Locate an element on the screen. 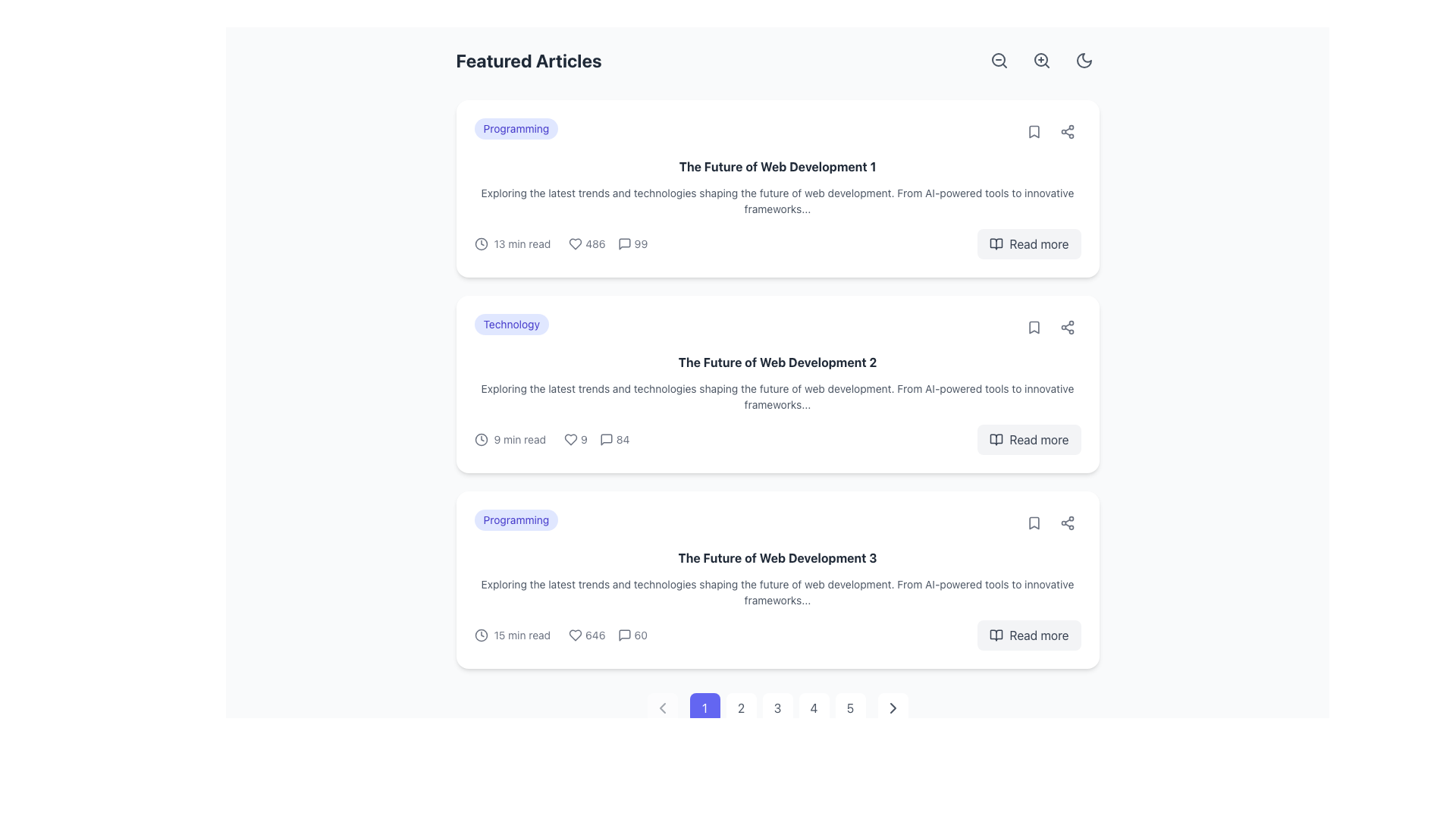  the circular gray magnifying glass icon with a minus sign inside, located in the top-right corner of the interface is located at coordinates (999, 60).